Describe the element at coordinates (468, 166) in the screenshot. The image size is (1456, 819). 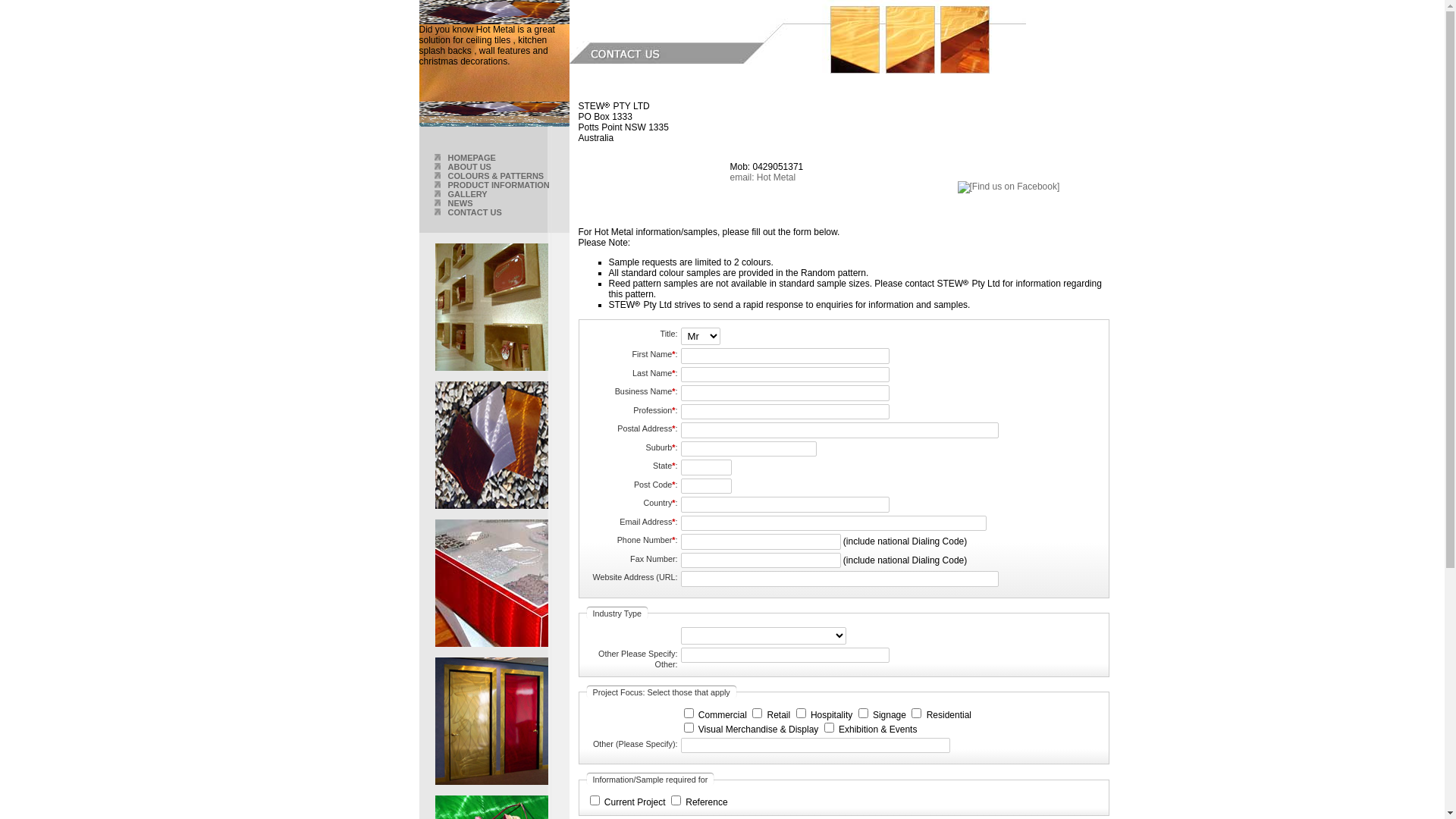
I see `'ABOUT US'` at that location.